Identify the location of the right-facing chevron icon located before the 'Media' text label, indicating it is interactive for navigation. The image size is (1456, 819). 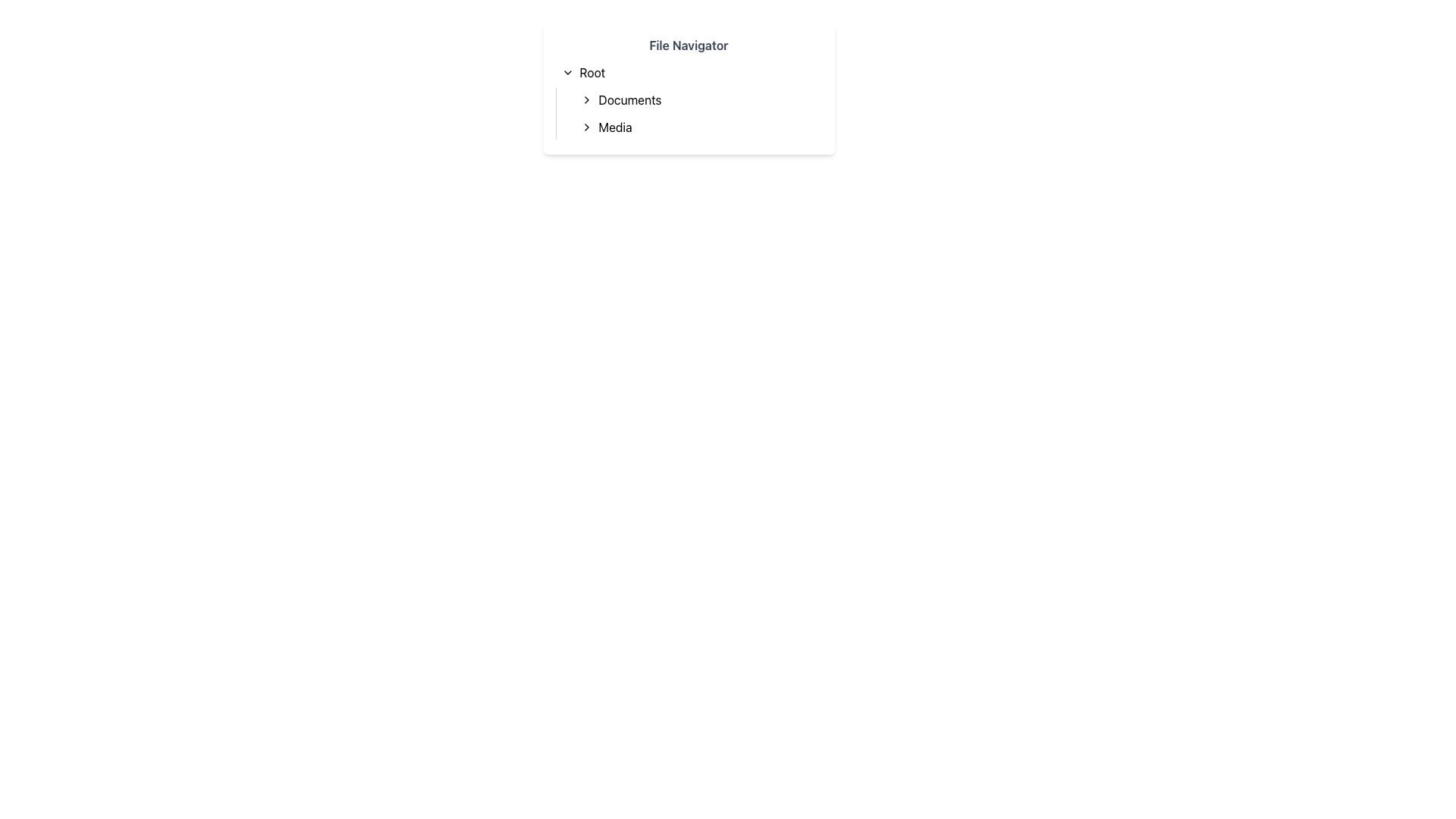
(585, 127).